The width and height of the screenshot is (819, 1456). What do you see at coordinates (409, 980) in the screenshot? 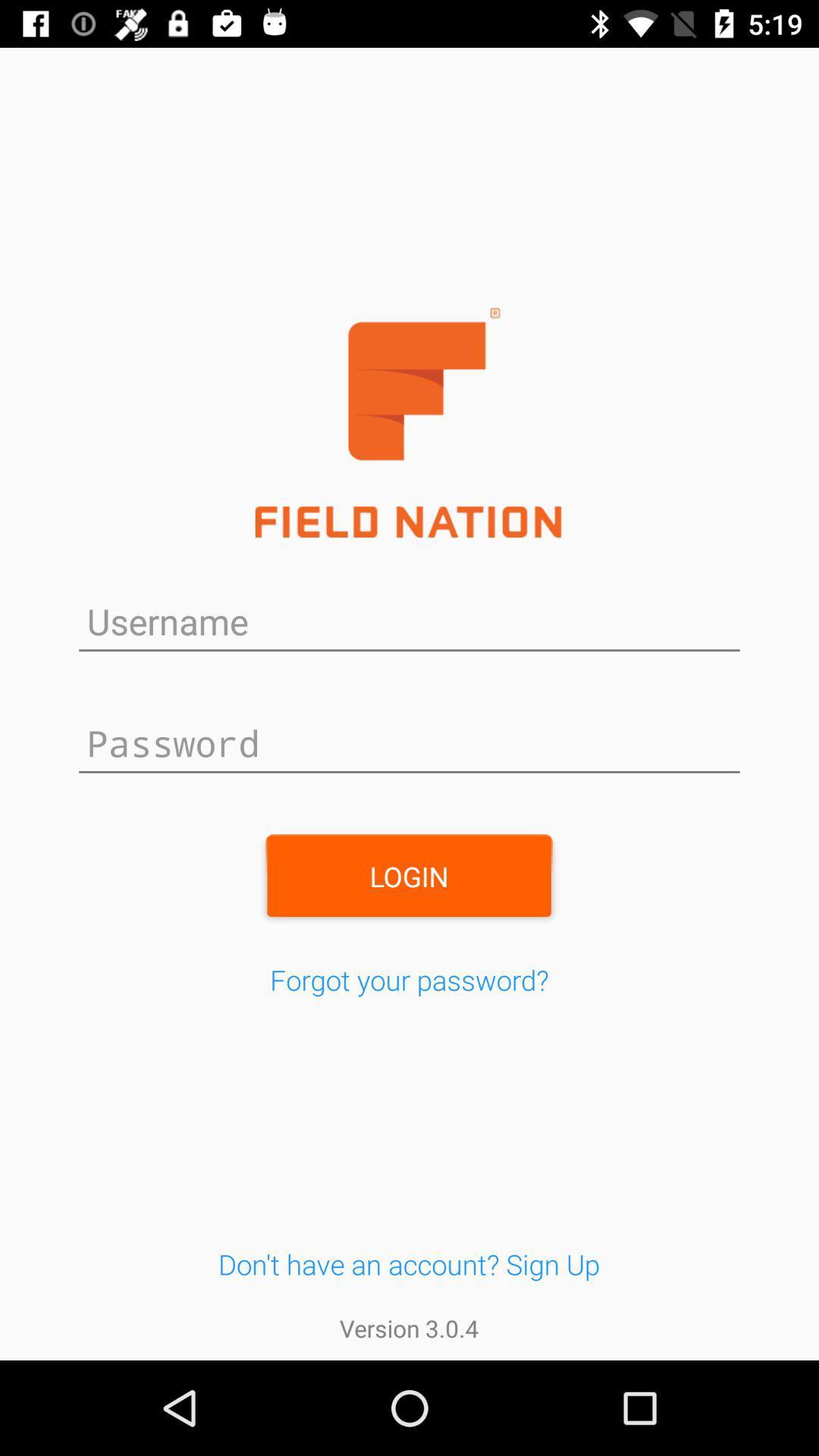
I see `the item below the login item` at bounding box center [409, 980].